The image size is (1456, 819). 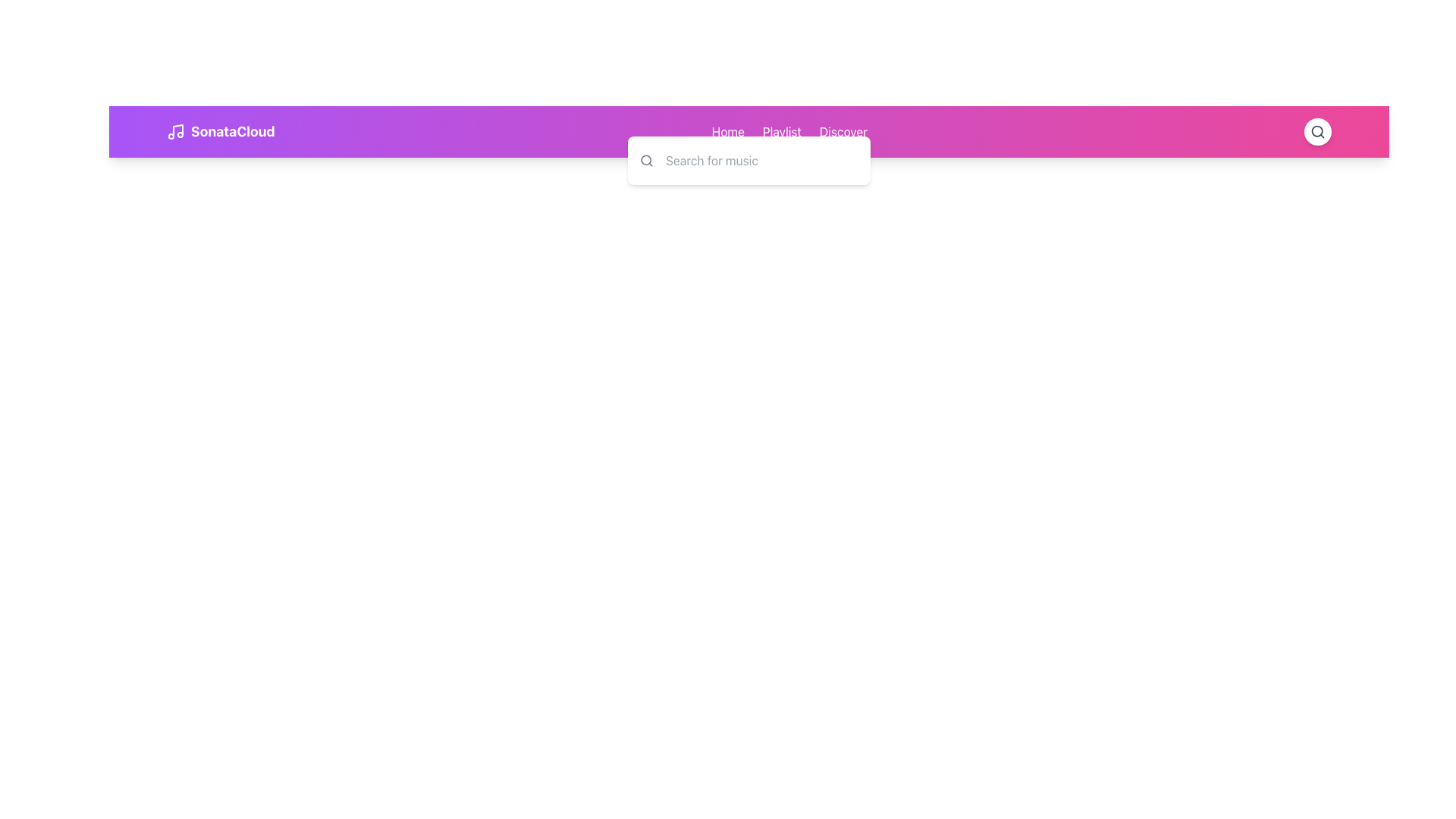 I want to click on the header text 'SonataCloud' with the music note icon, located at the leftmost side of the top navigation bar, so click(x=220, y=130).